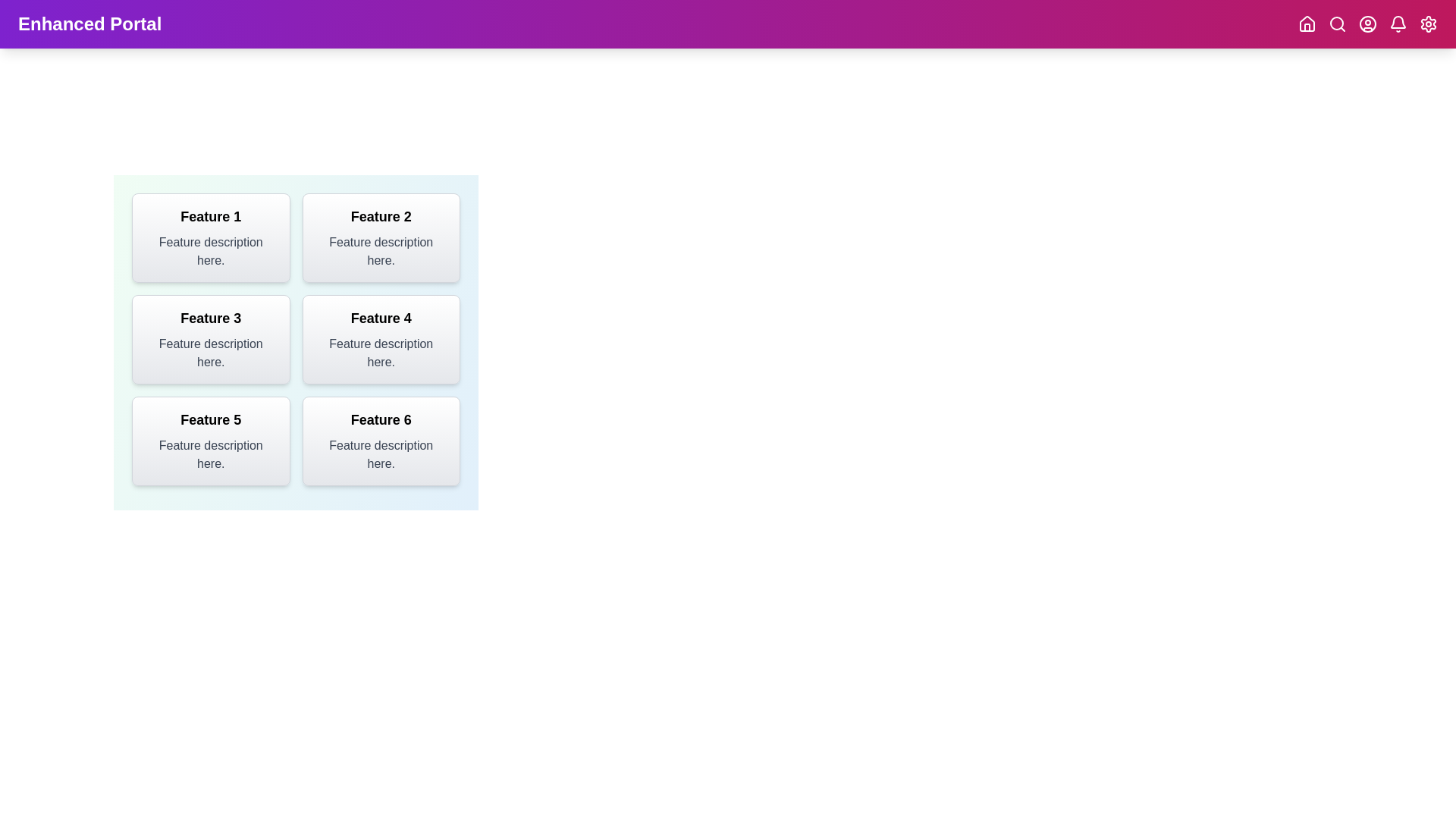  Describe the element at coordinates (1427, 24) in the screenshot. I see `the Settings navigation icon` at that location.